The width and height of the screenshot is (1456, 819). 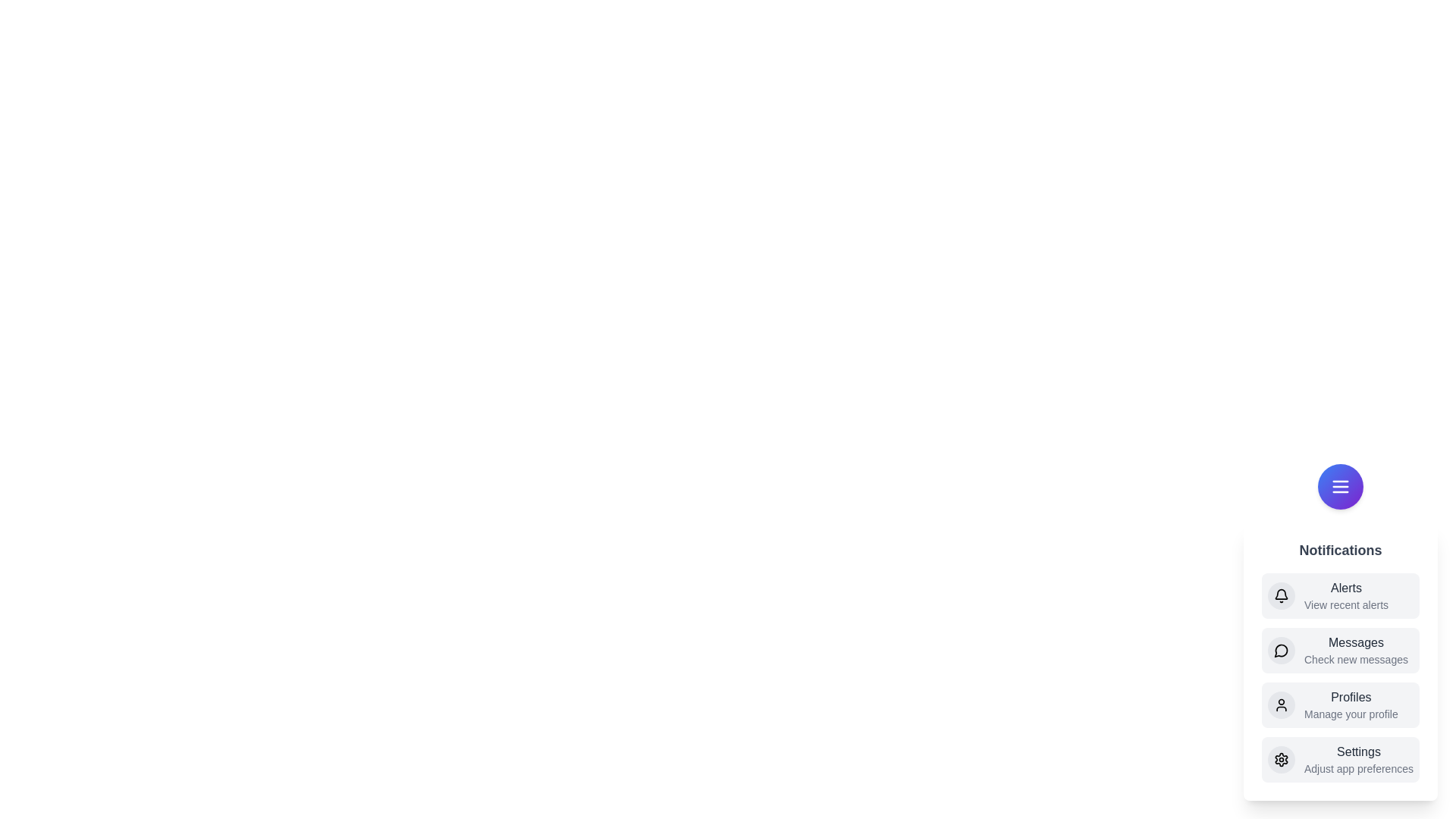 I want to click on the Messages from the menu, so click(x=1340, y=649).